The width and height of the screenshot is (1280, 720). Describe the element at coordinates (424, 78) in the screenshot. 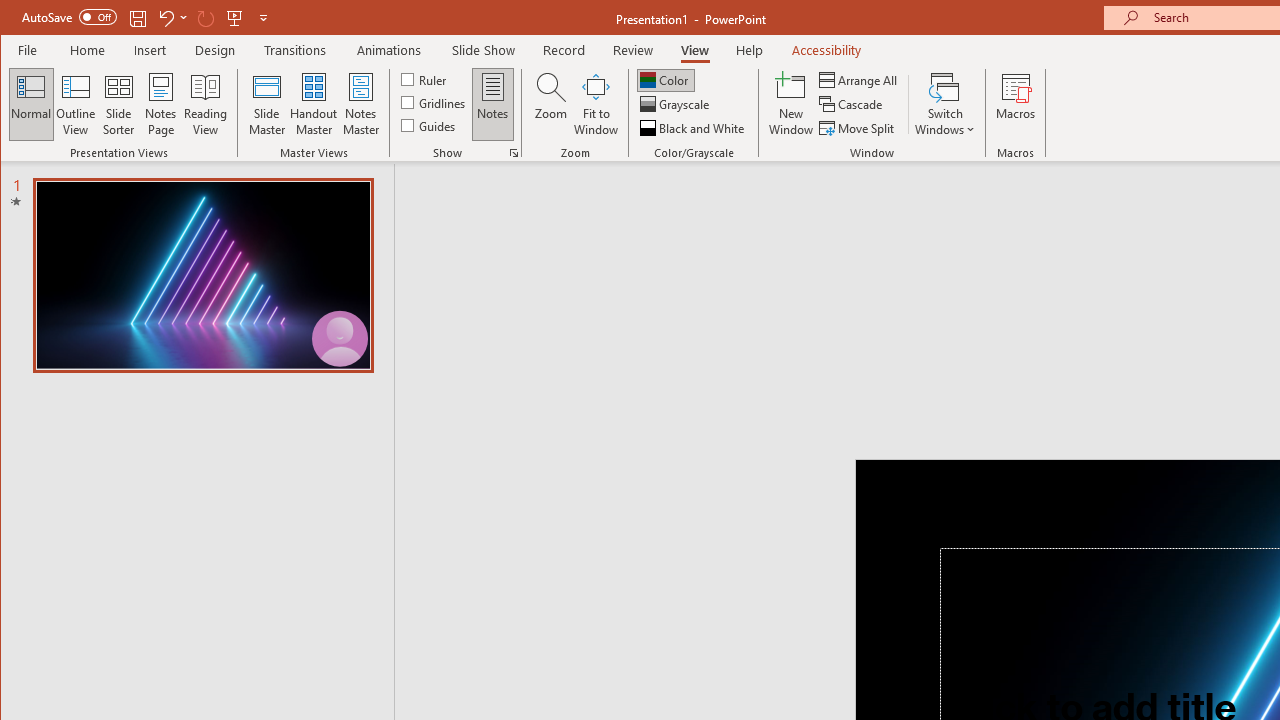

I see `'Ruler'` at that location.